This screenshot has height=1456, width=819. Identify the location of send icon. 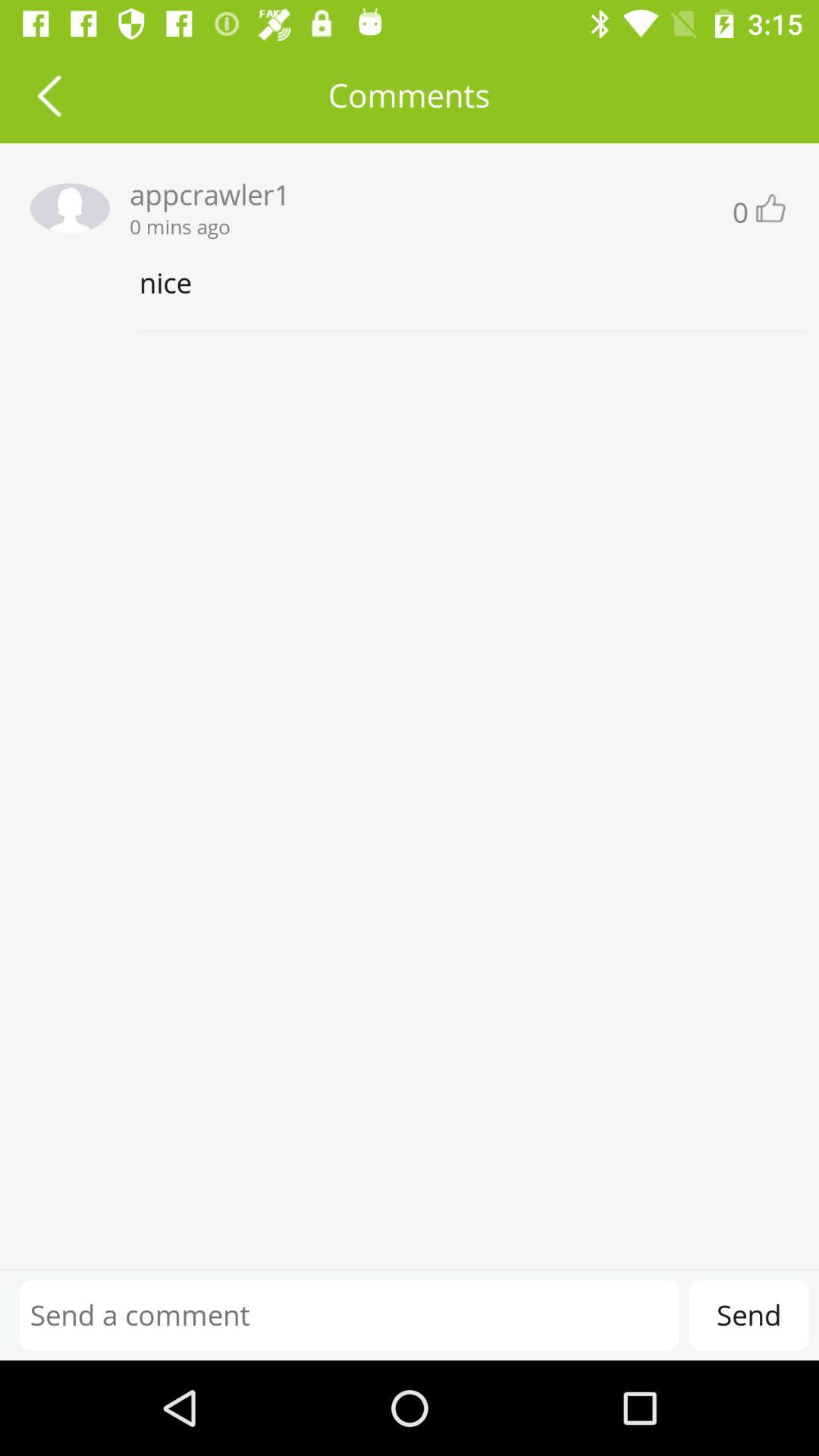
(748, 1314).